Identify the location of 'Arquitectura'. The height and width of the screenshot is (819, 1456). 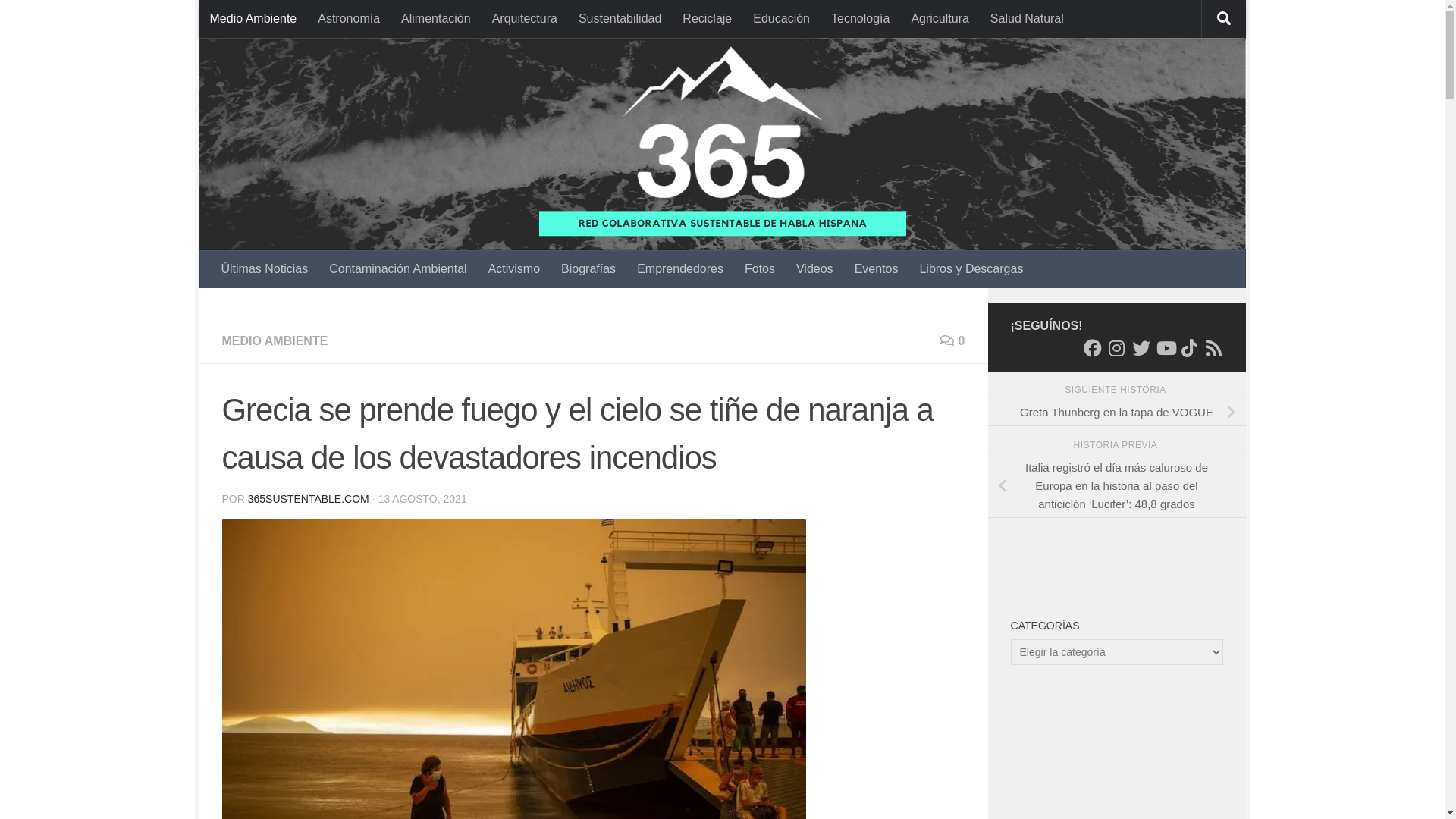
(524, 18).